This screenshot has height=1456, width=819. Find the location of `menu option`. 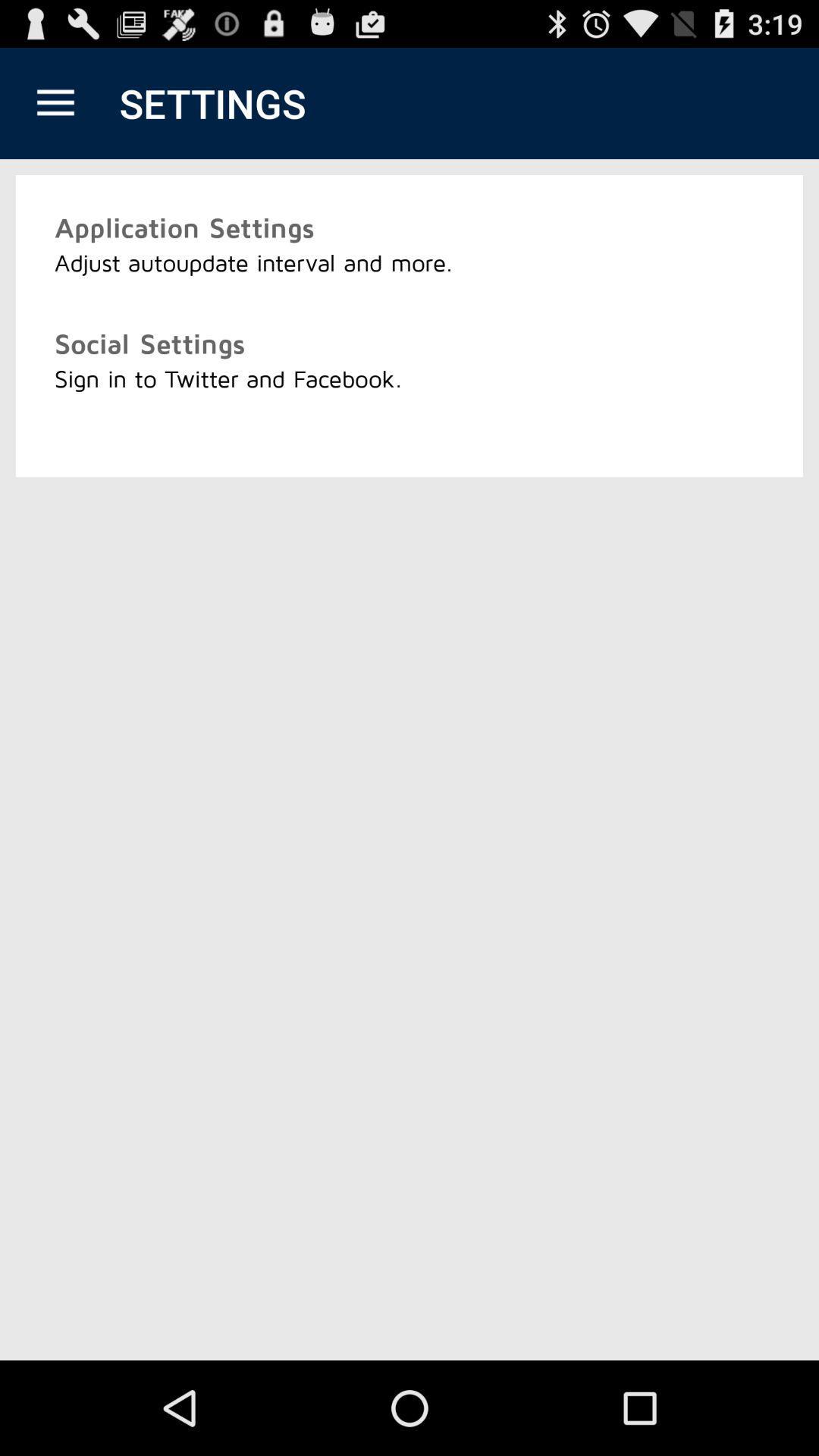

menu option is located at coordinates (55, 102).